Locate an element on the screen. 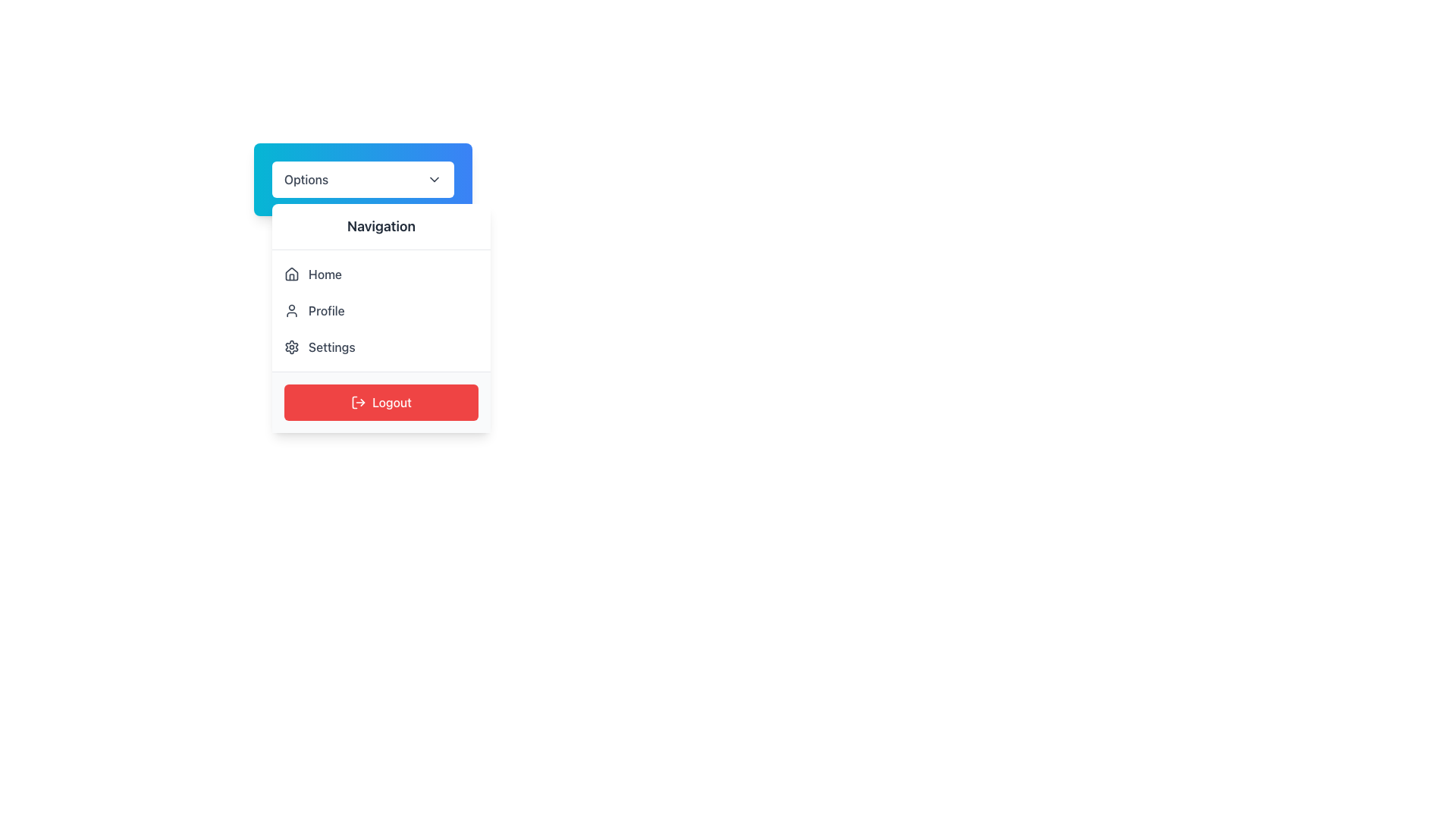  the 'Logout' button, which is a rectangular button with a red background and white text located in the dropdown menu under the 'Options' button is located at coordinates (381, 401).